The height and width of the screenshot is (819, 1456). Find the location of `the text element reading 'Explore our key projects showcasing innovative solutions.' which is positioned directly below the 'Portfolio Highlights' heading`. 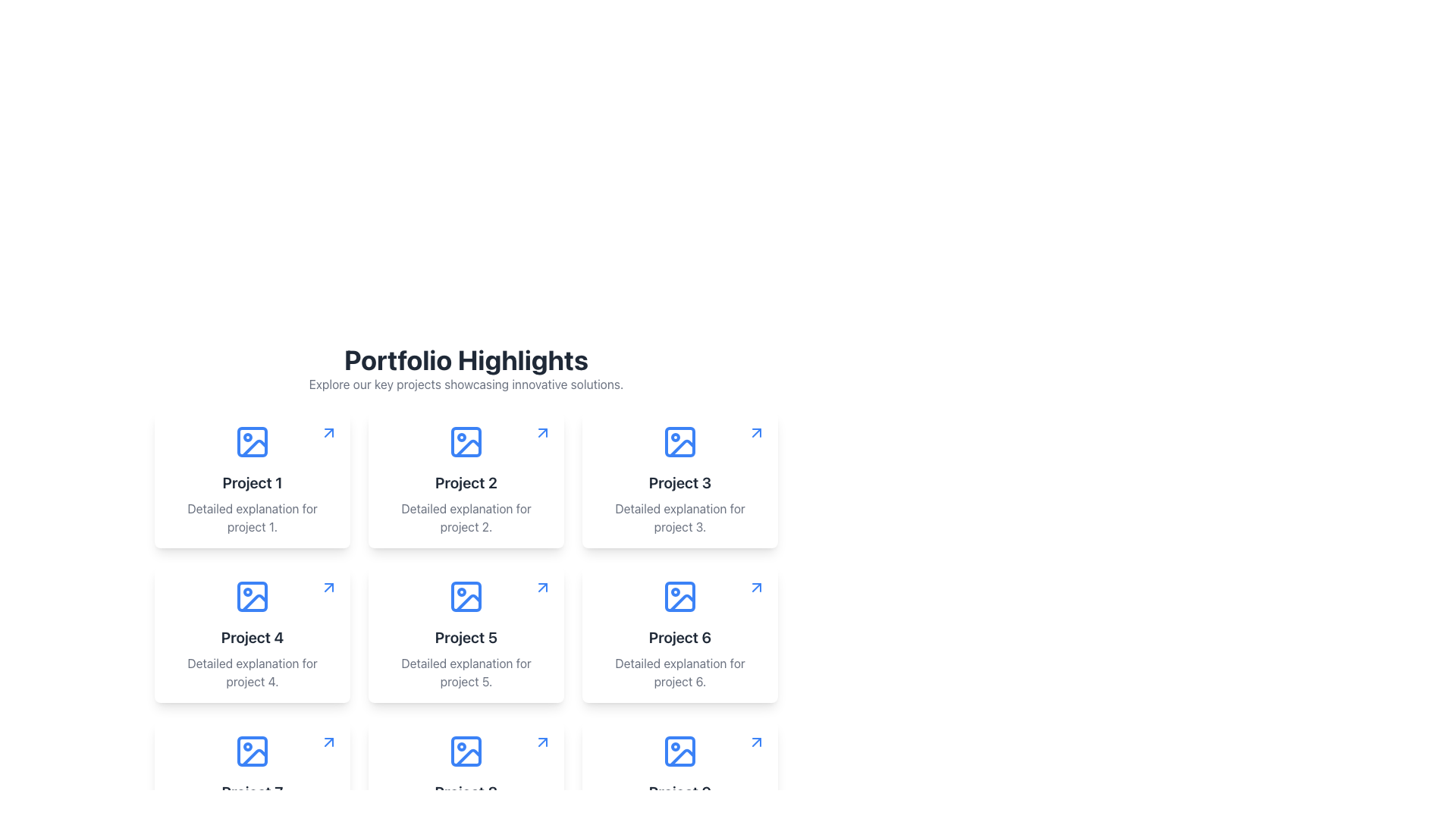

the text element reading 'Explore our key projects showcasing innovative solutions.' which is positioned directly below the 'Portfolio Highlights' heading is located at coordinates (465, 383).